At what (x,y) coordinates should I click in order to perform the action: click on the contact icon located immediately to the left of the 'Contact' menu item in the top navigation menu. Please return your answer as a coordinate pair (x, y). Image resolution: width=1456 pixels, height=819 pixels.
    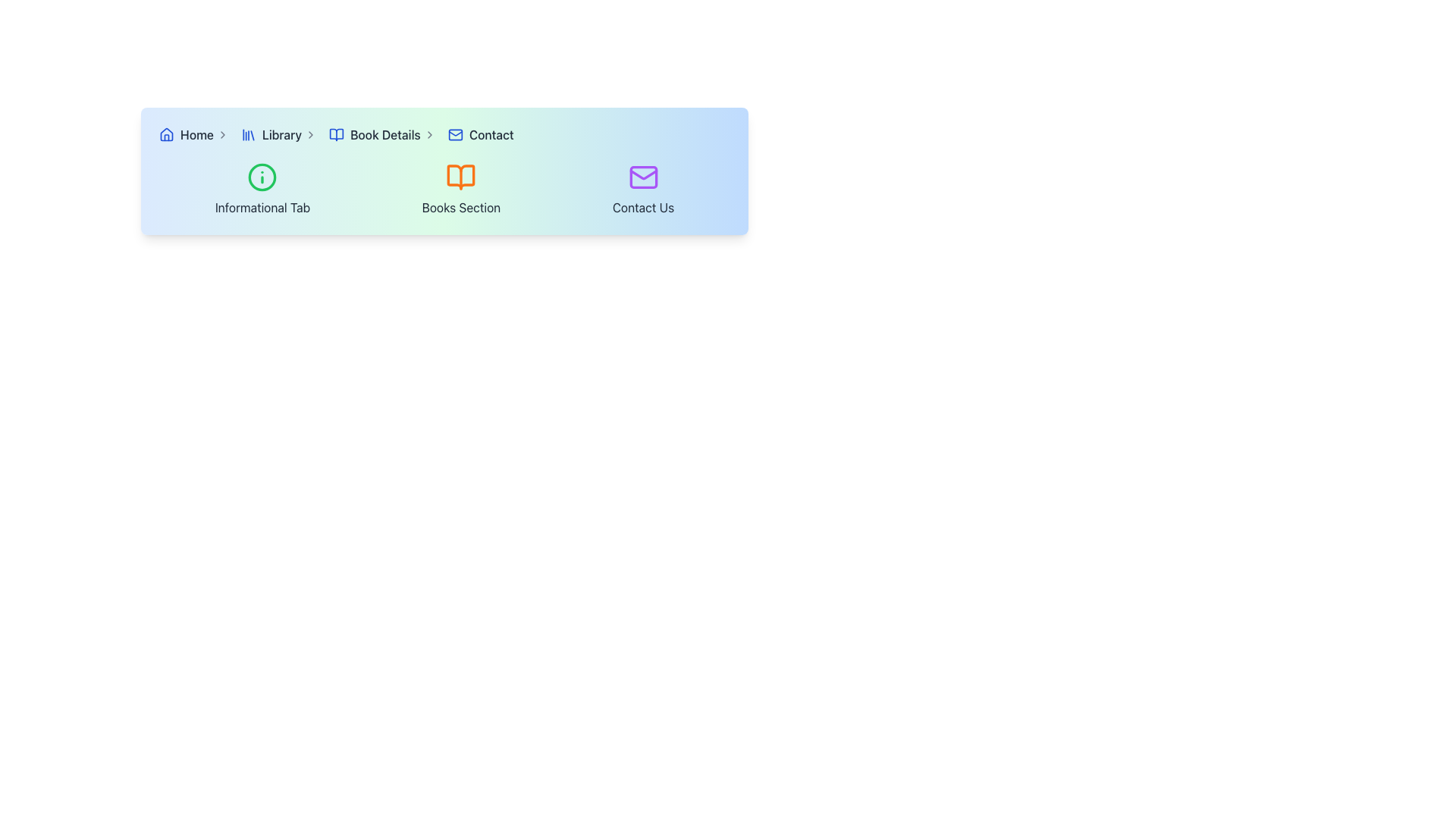
    Looking at the image, I should click on (454, 133).